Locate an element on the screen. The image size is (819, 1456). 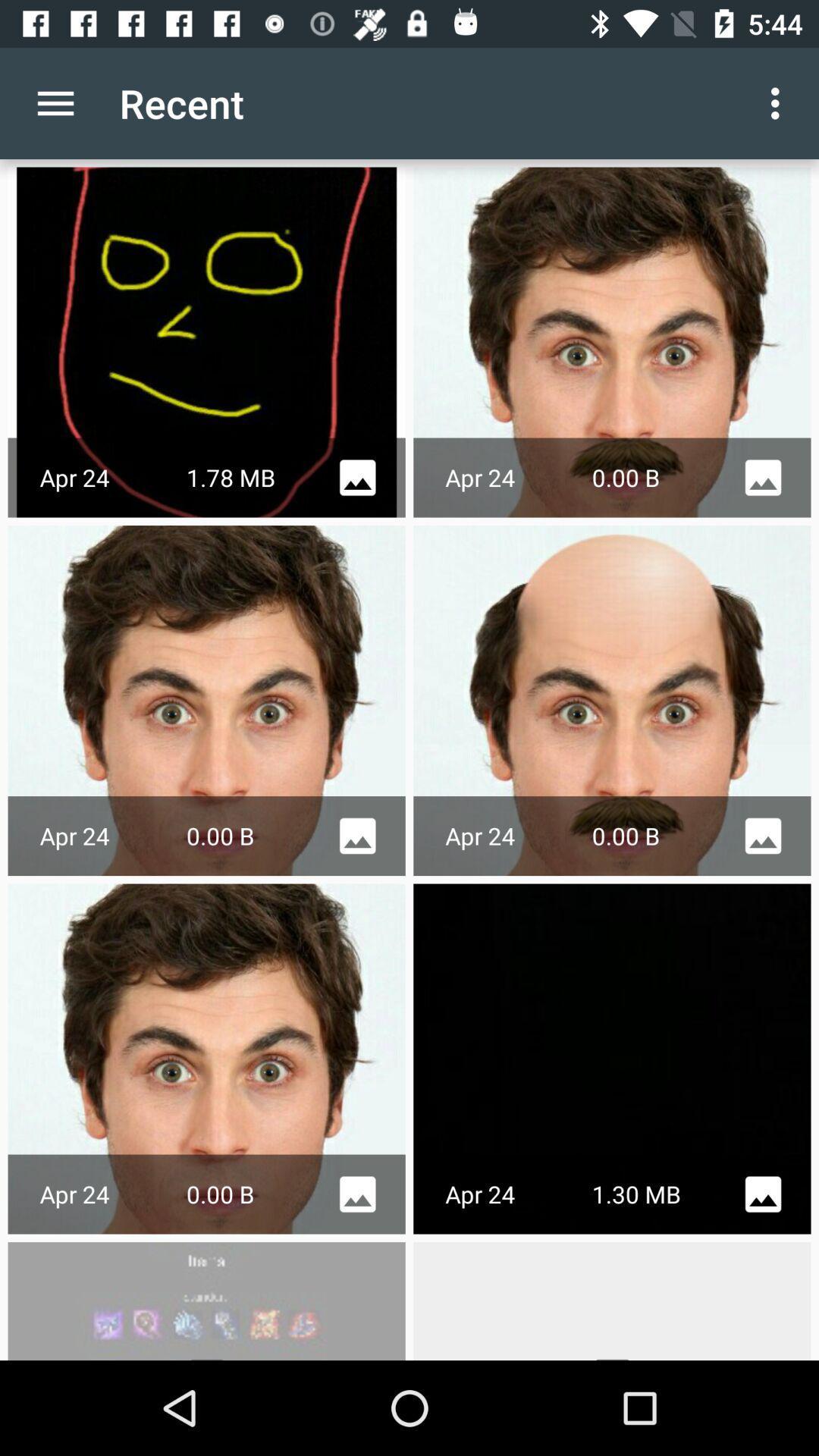
the image having text  apr 24   130 mb is located at coordinates (611, 1058).